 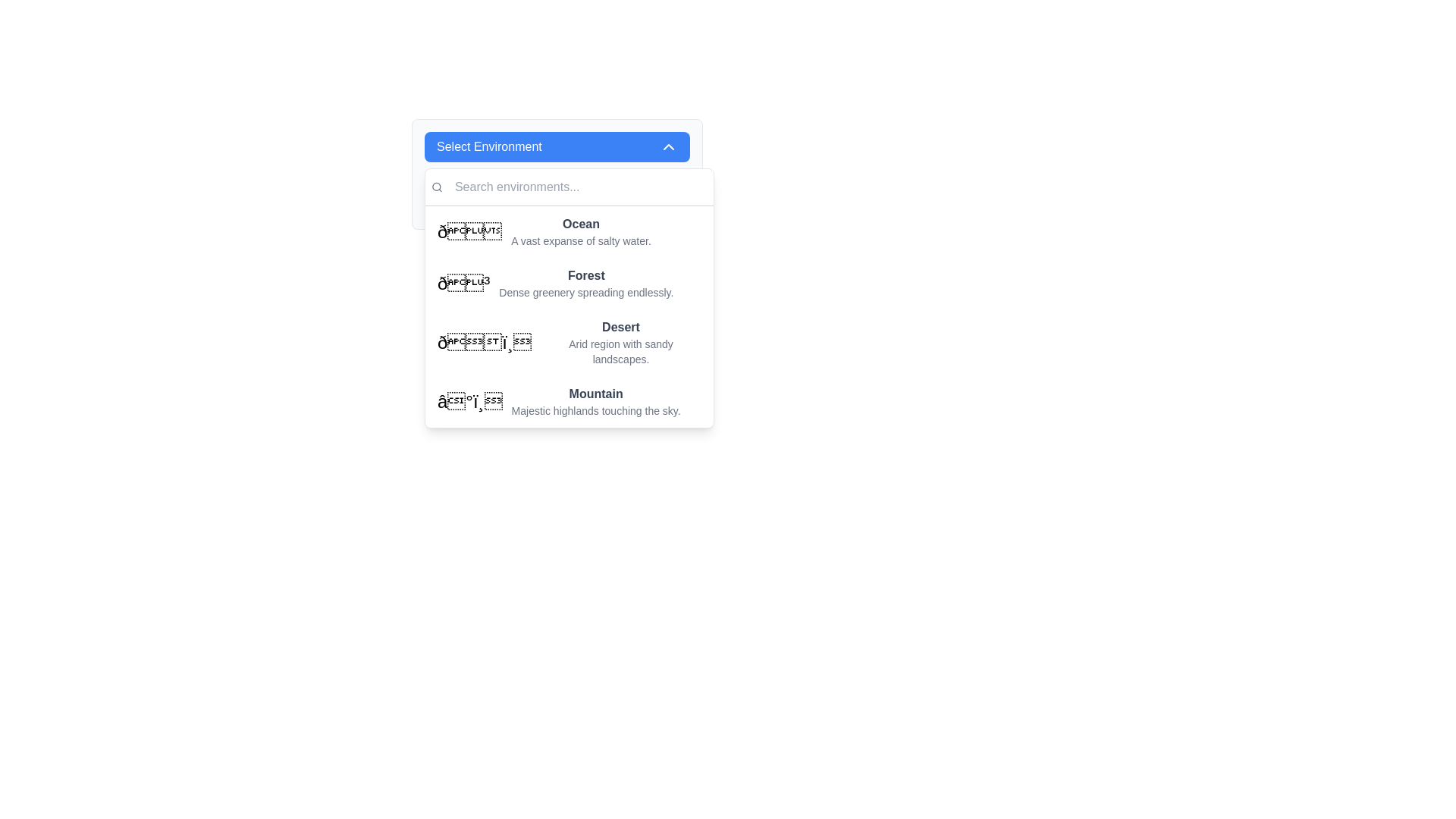 I want to click on the items in the dropdown menu that appears below the 'Select Environment' button, so click(x=568, y=298).